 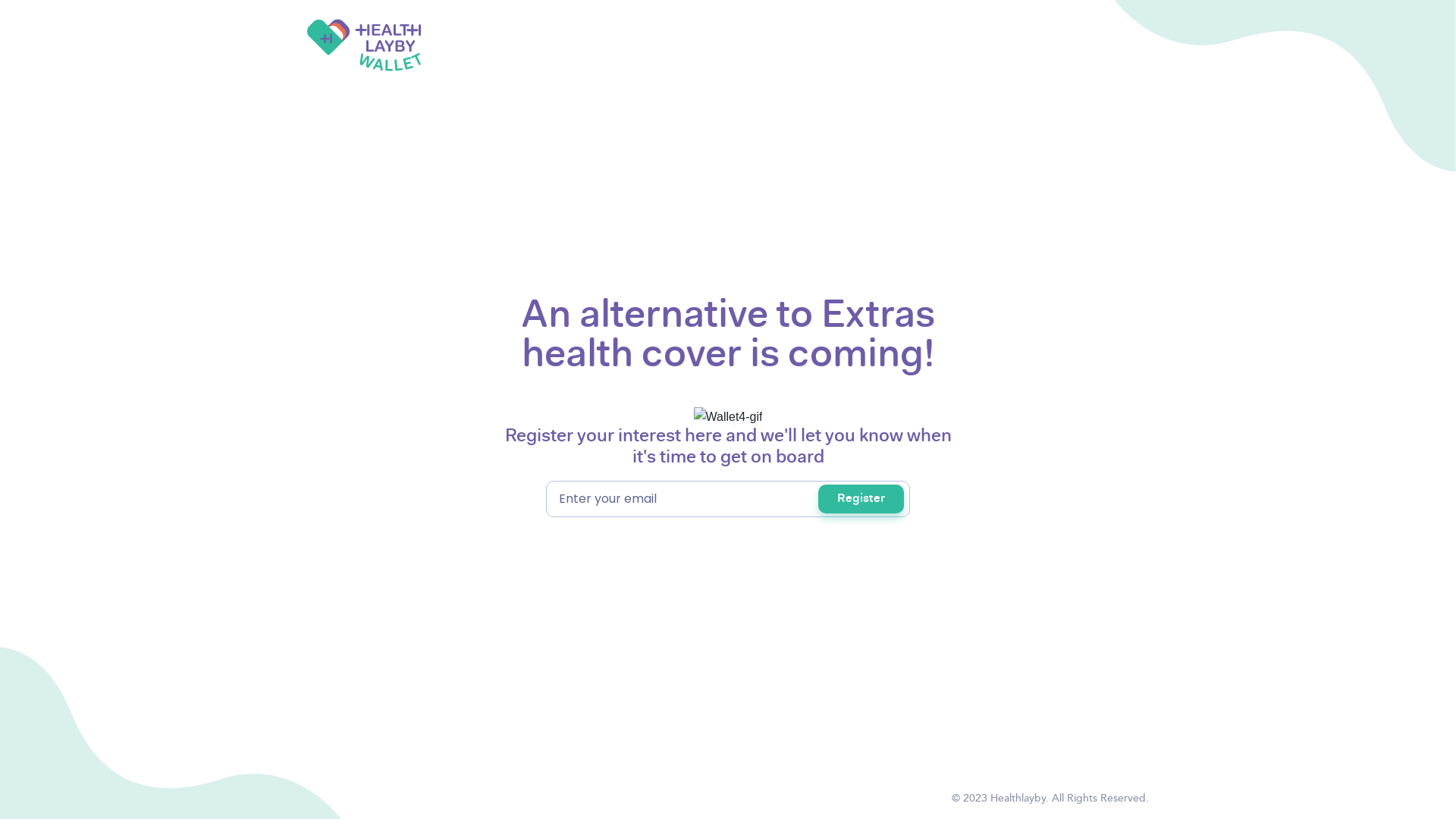 What do you see at coordinates (861, 499) in the screenshot?
I see `'Register'` at bounding box center [861, 499].